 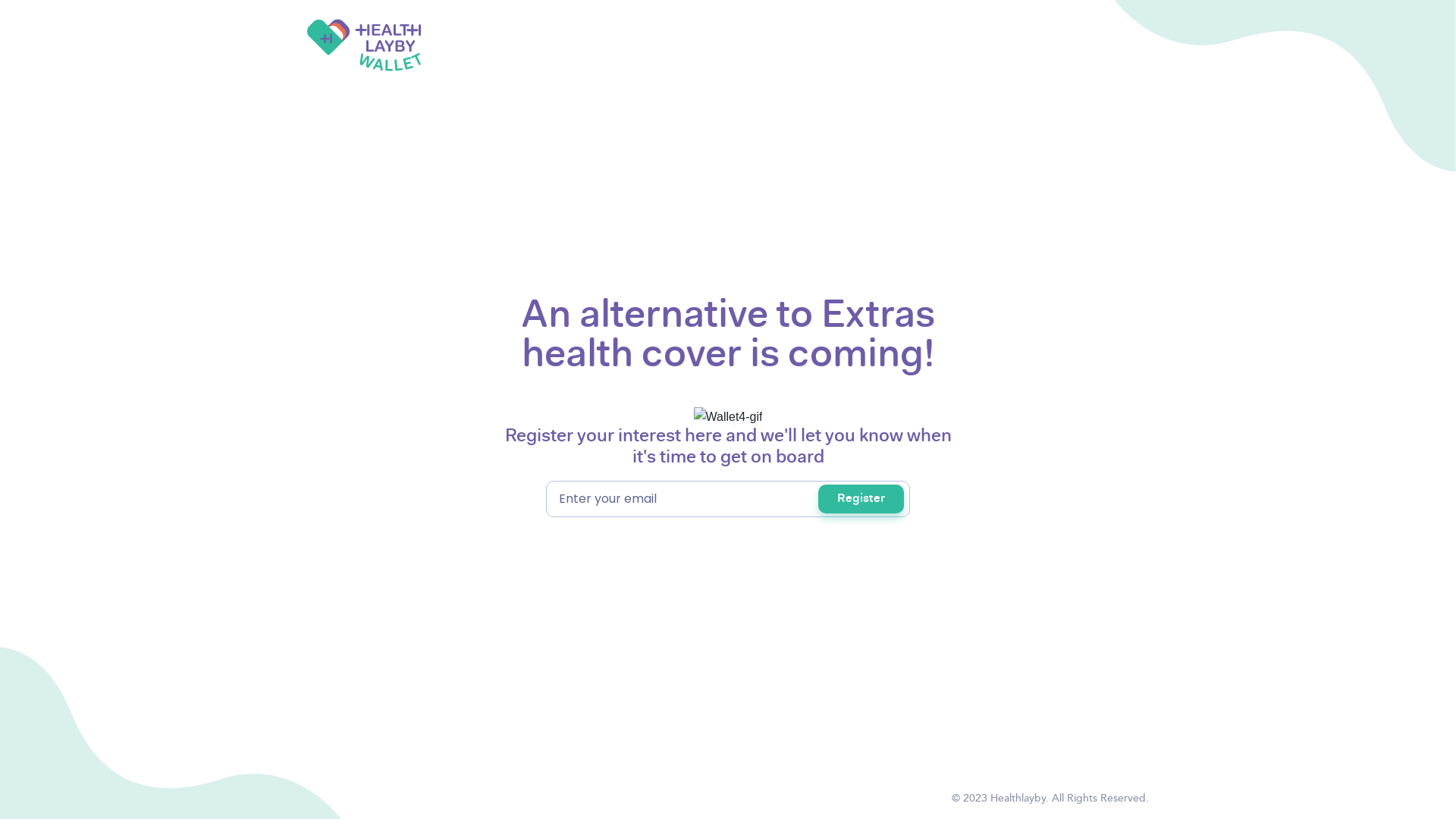 What do you see at coordinates (861, 499) in the screenshot?
I see `'Register'` at bounding box center [861, 499].